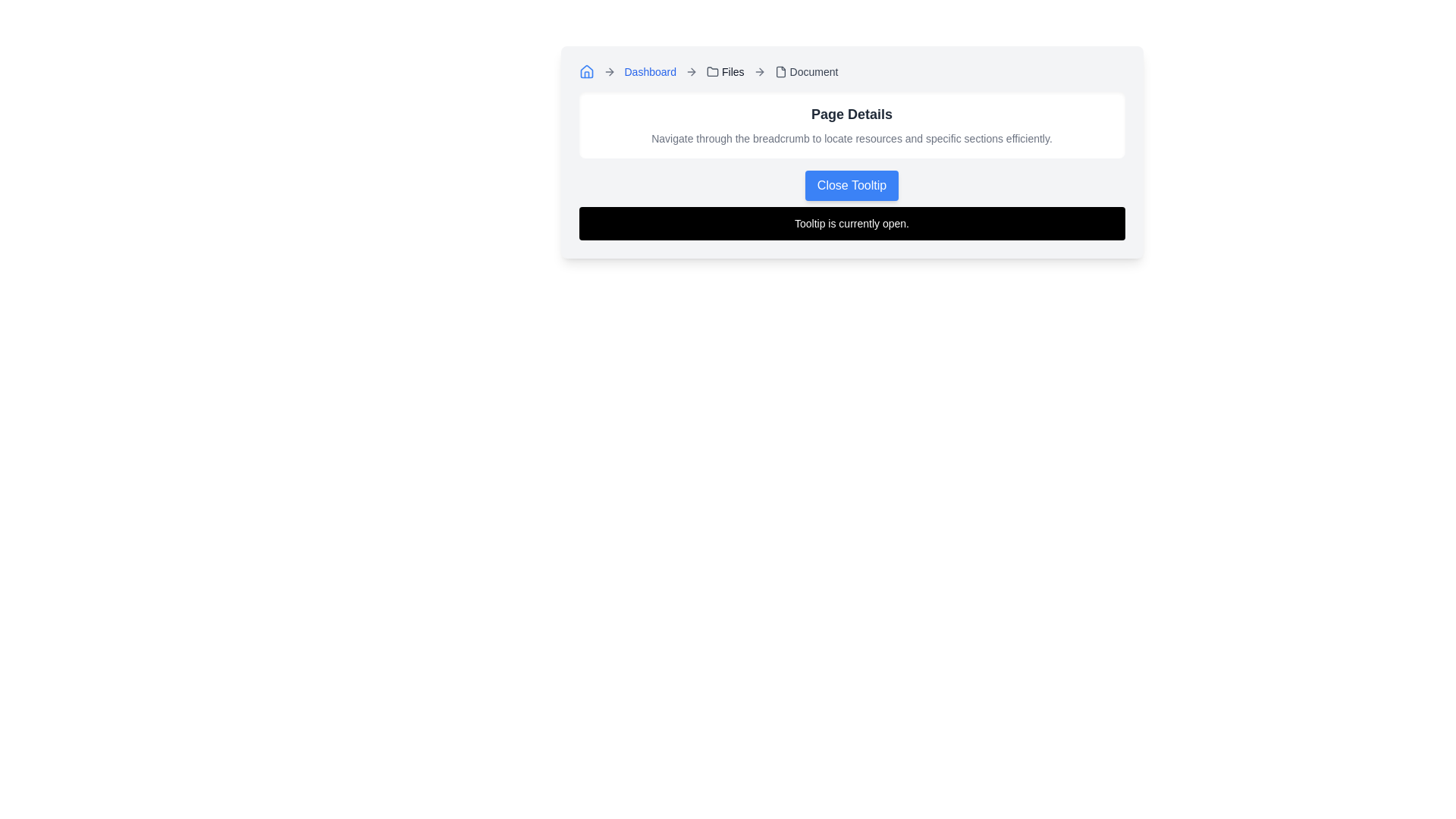 The width and height of the screenshot is (1456, 819). Describe the element at coordinates (691, 72) in the screenshot. I see `the second right-pointing arrow icon in the breadcrumb navigation bar, located next to the 'Dashboard' text` at that location.